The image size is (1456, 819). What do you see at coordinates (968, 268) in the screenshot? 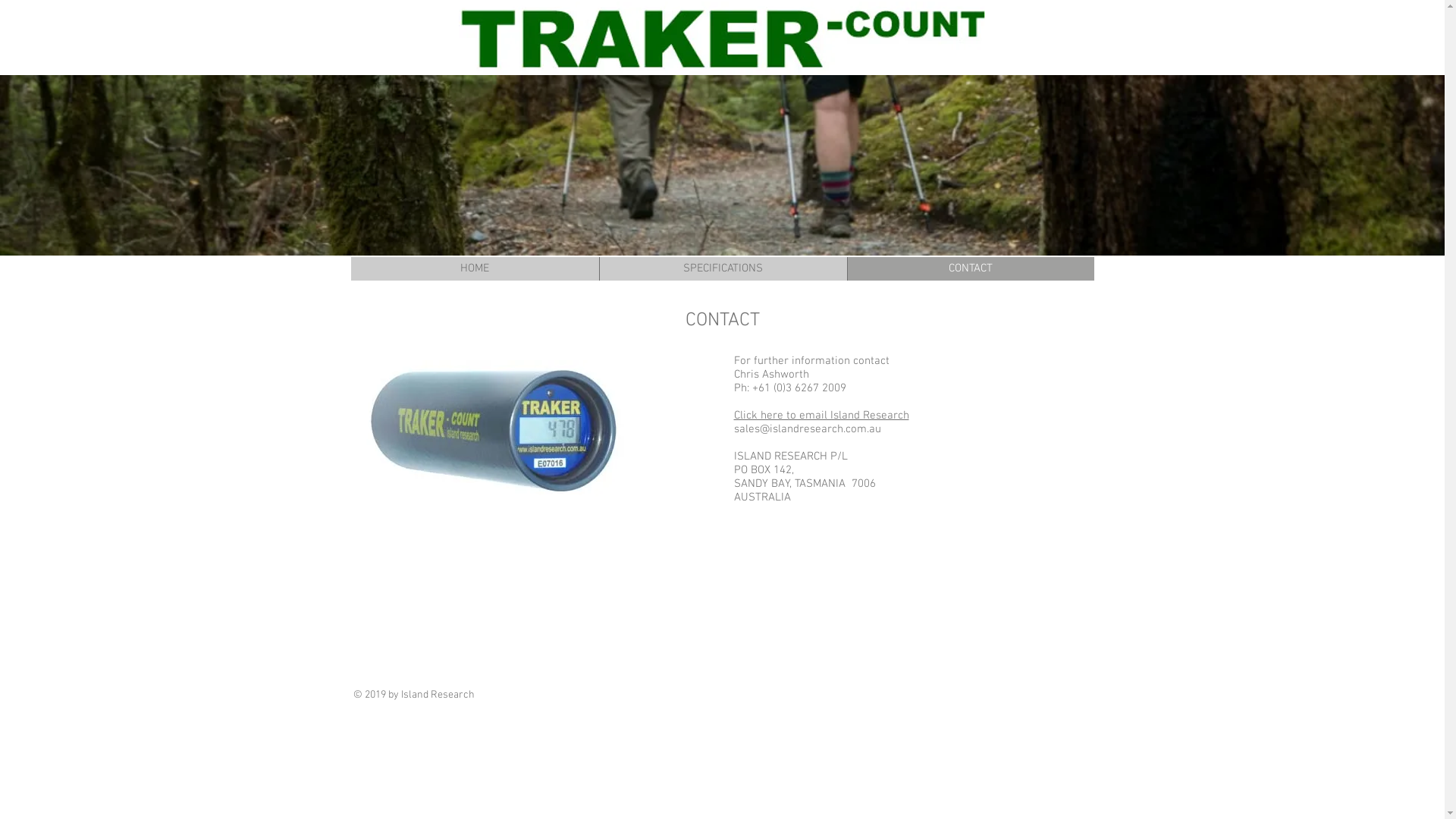
I see `'CONTACT'` at bounding box center [968, 268].